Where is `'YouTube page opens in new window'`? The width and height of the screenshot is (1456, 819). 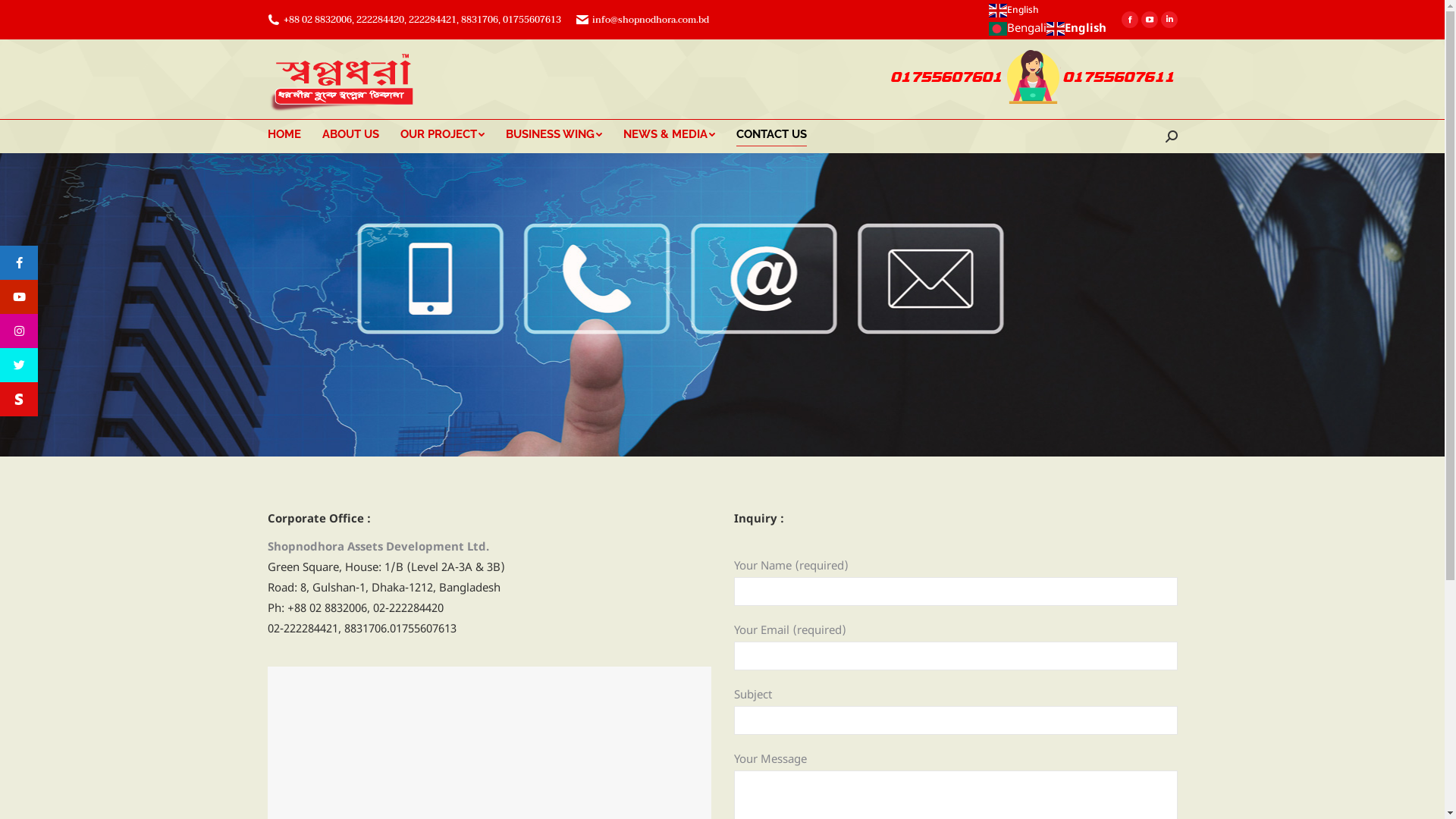
'YouTube page opens in new window' is located at coordinates (1149, 20).